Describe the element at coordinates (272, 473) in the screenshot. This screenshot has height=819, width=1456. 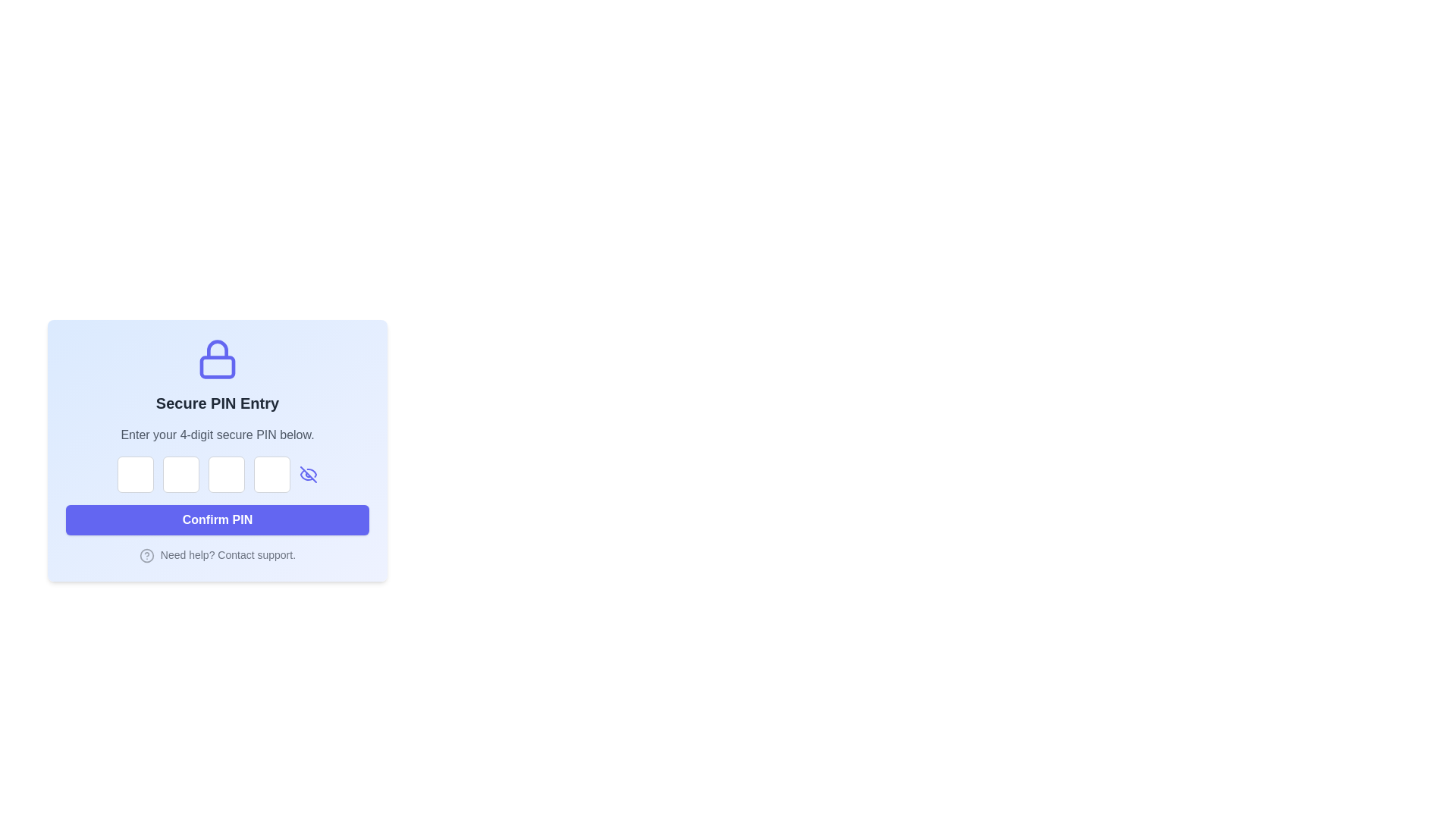
I see `the fourth text input field for entering a single character of a 4-digit secure PIN code, then simulate pressing the backspace key` at that location.